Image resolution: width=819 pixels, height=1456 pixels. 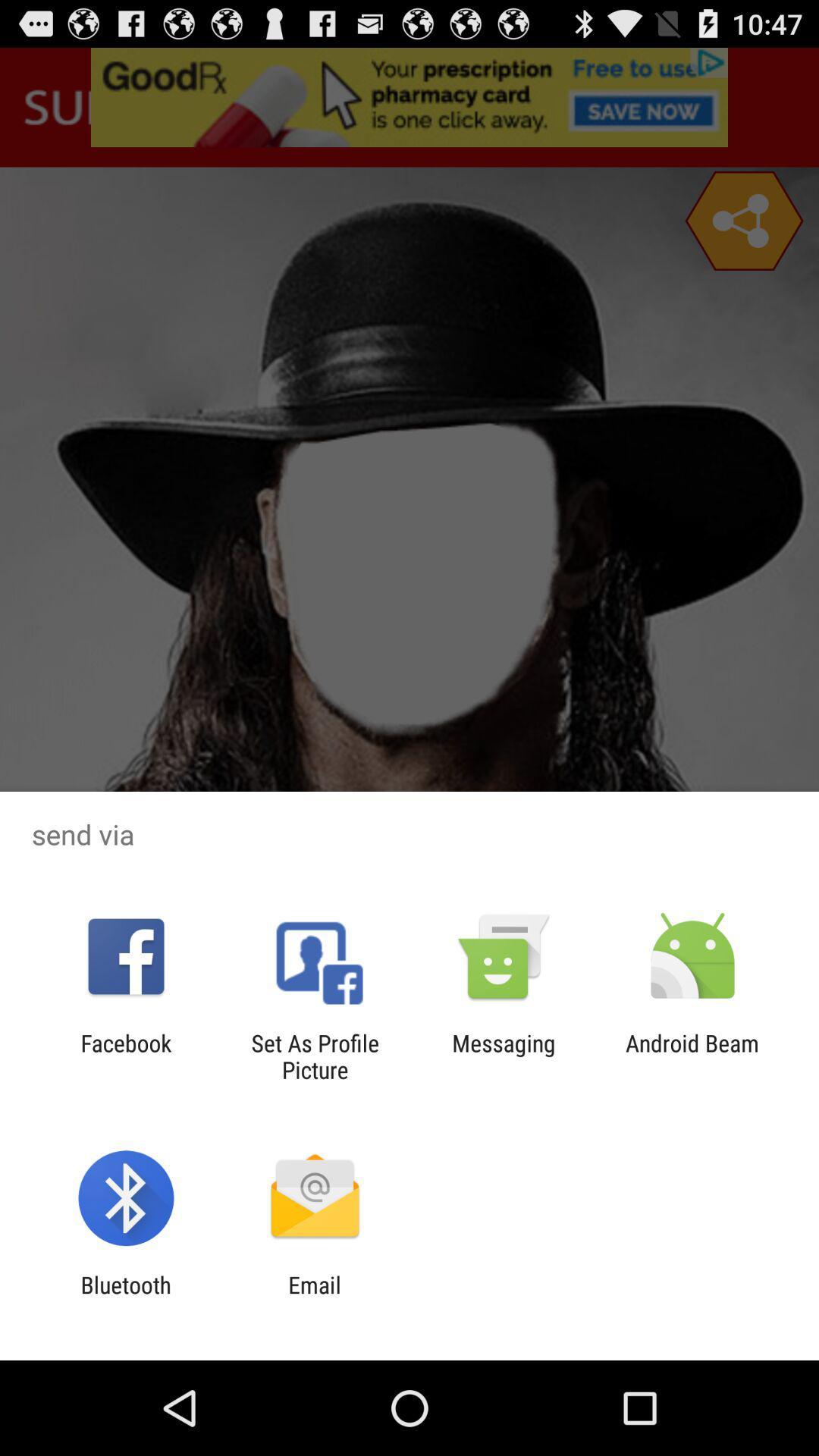 What do you see at coordinates (314, 1056) in the screenshot?
I see `the icon next to the messaging app` at bounding box center [314, 1056].